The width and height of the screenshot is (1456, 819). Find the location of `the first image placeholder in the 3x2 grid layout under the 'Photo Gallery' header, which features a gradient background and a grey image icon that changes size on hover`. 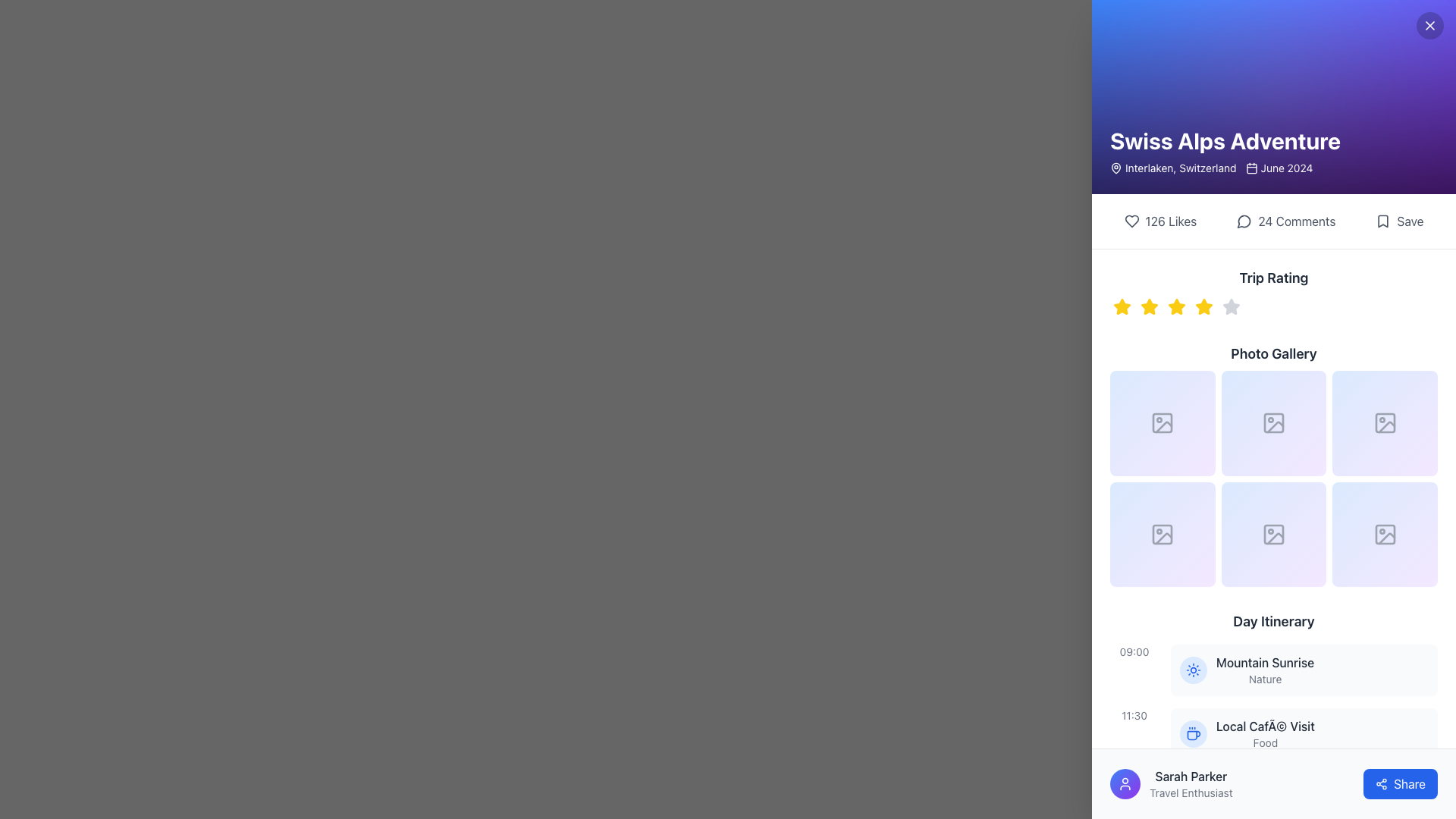

the first image placeholder in the 3x2 grid layout under the 'Photo Gallery' header, which features a gradient background and a grey image icon that changes size on hover is located at coordinates (1162, 423).